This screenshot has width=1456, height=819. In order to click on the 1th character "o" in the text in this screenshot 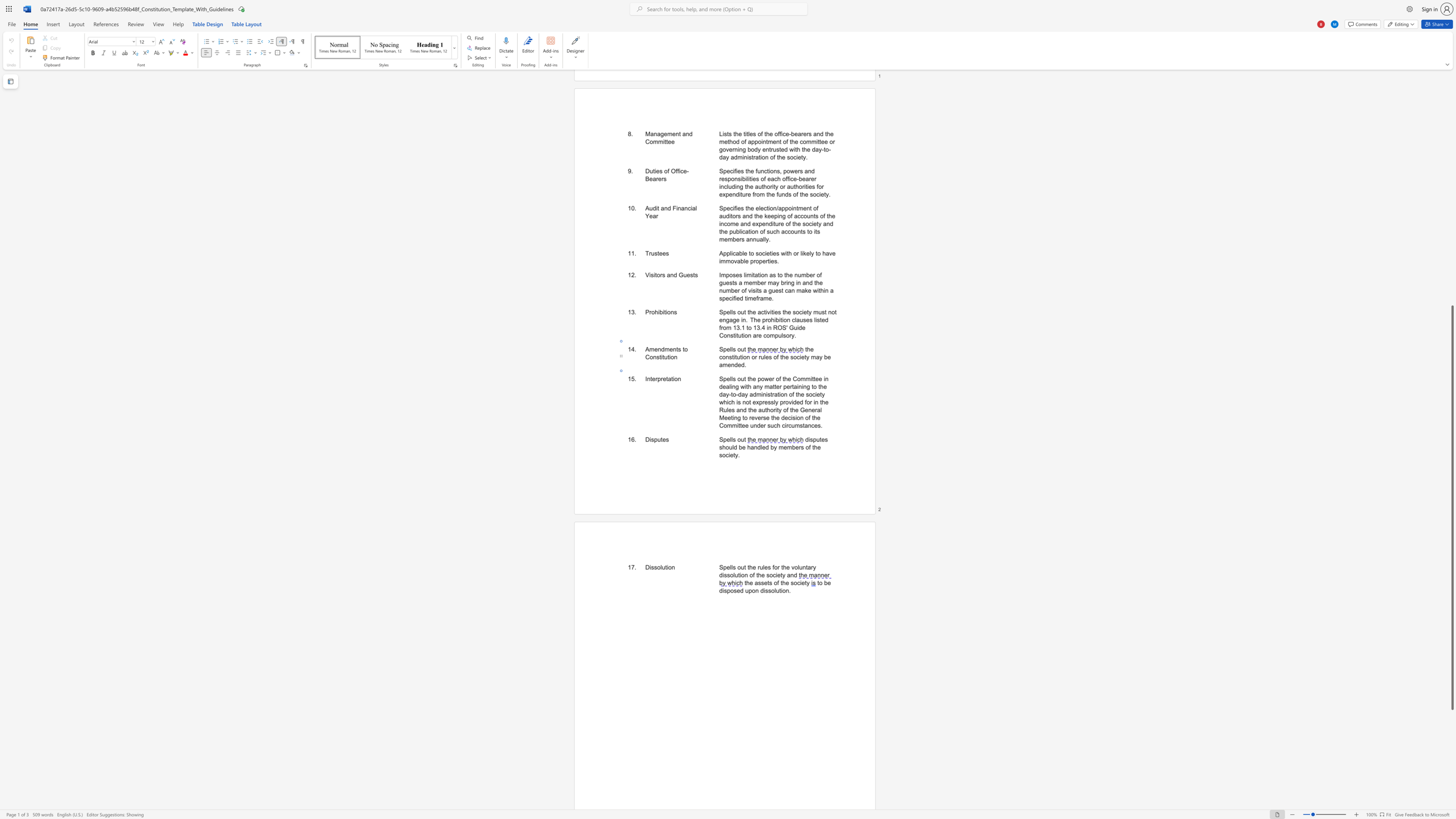, I will do `click(820, 583)`.